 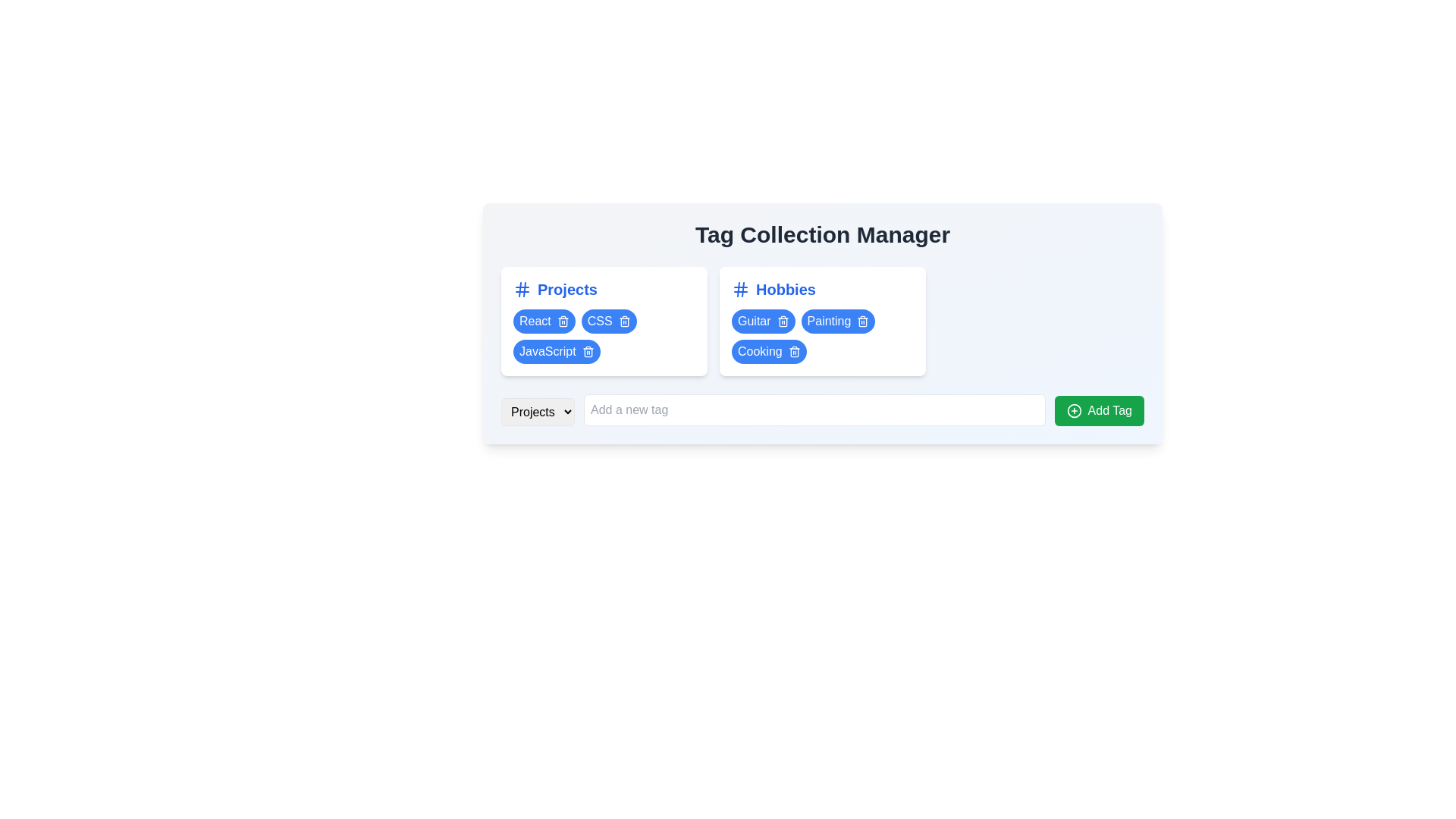 I want to click on the delete button with an icon, so click(x=783, y=321).